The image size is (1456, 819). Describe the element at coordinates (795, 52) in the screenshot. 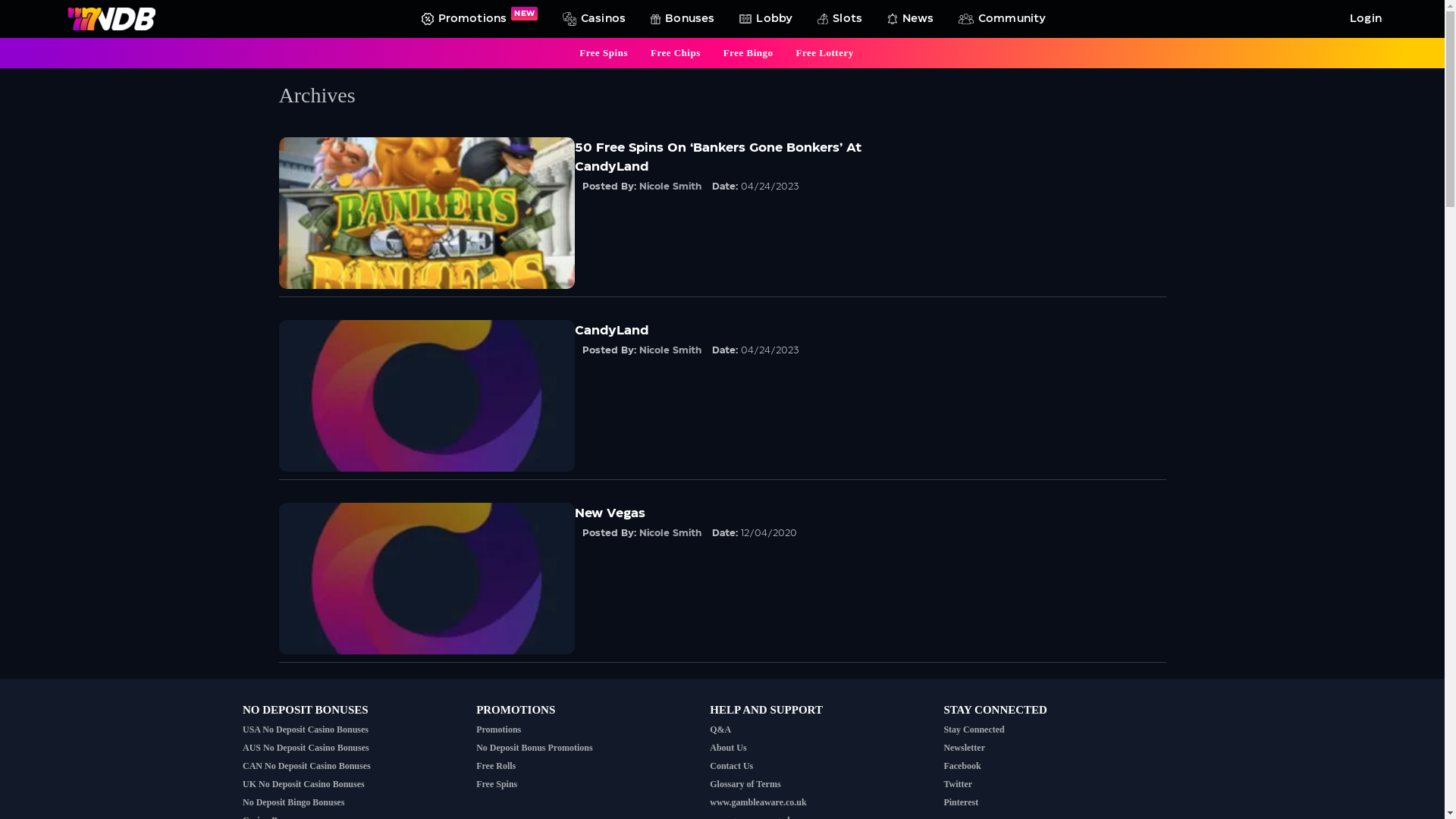

I see `'Free Lottery'` at that location.